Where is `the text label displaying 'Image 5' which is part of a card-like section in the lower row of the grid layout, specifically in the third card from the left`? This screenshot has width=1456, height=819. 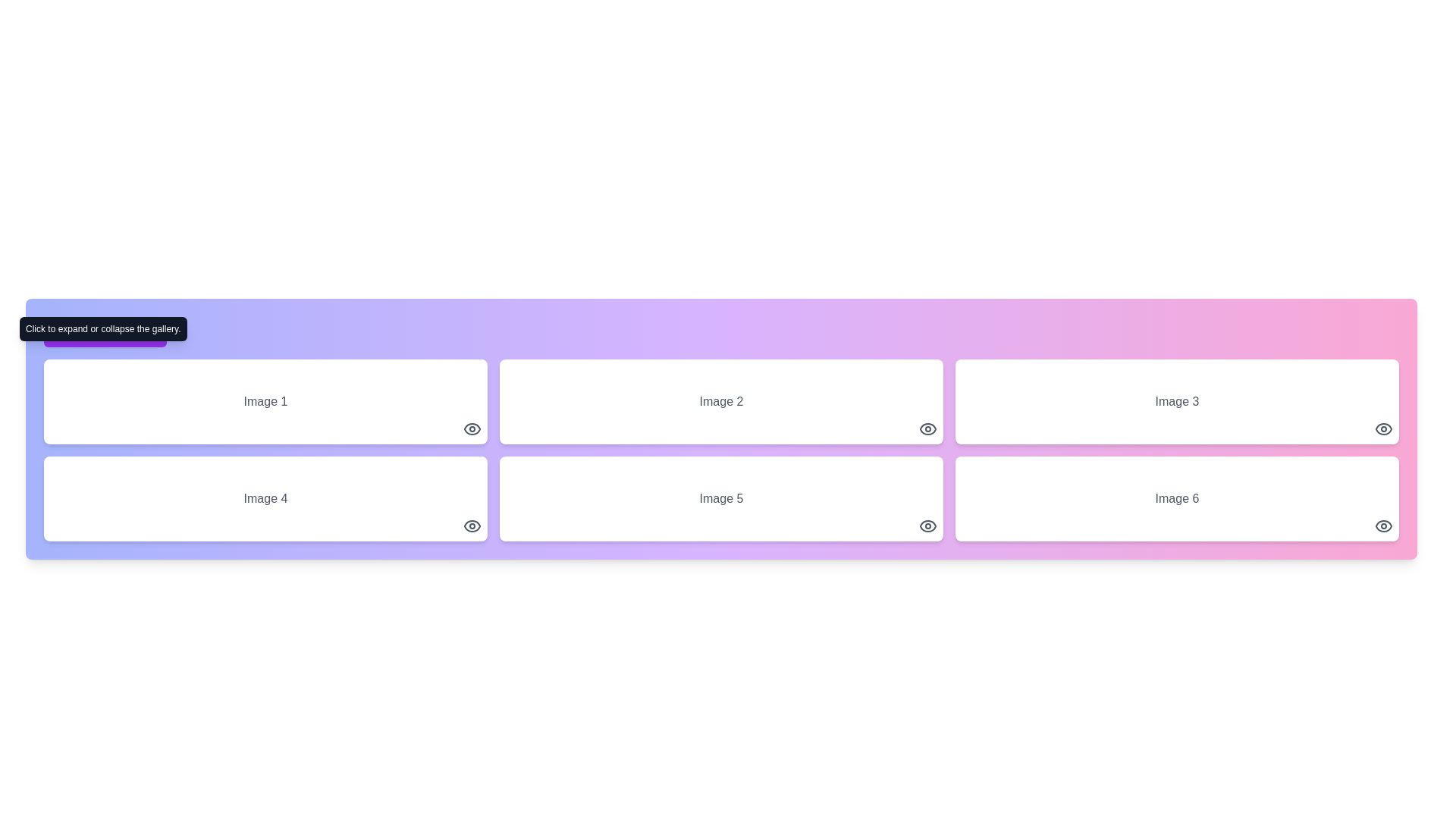 the text label displaying 'Image 5' which is part of a card-like section in the lower row of the grid layout, specifically in the third card from the left is located at coordinates (720, 499).